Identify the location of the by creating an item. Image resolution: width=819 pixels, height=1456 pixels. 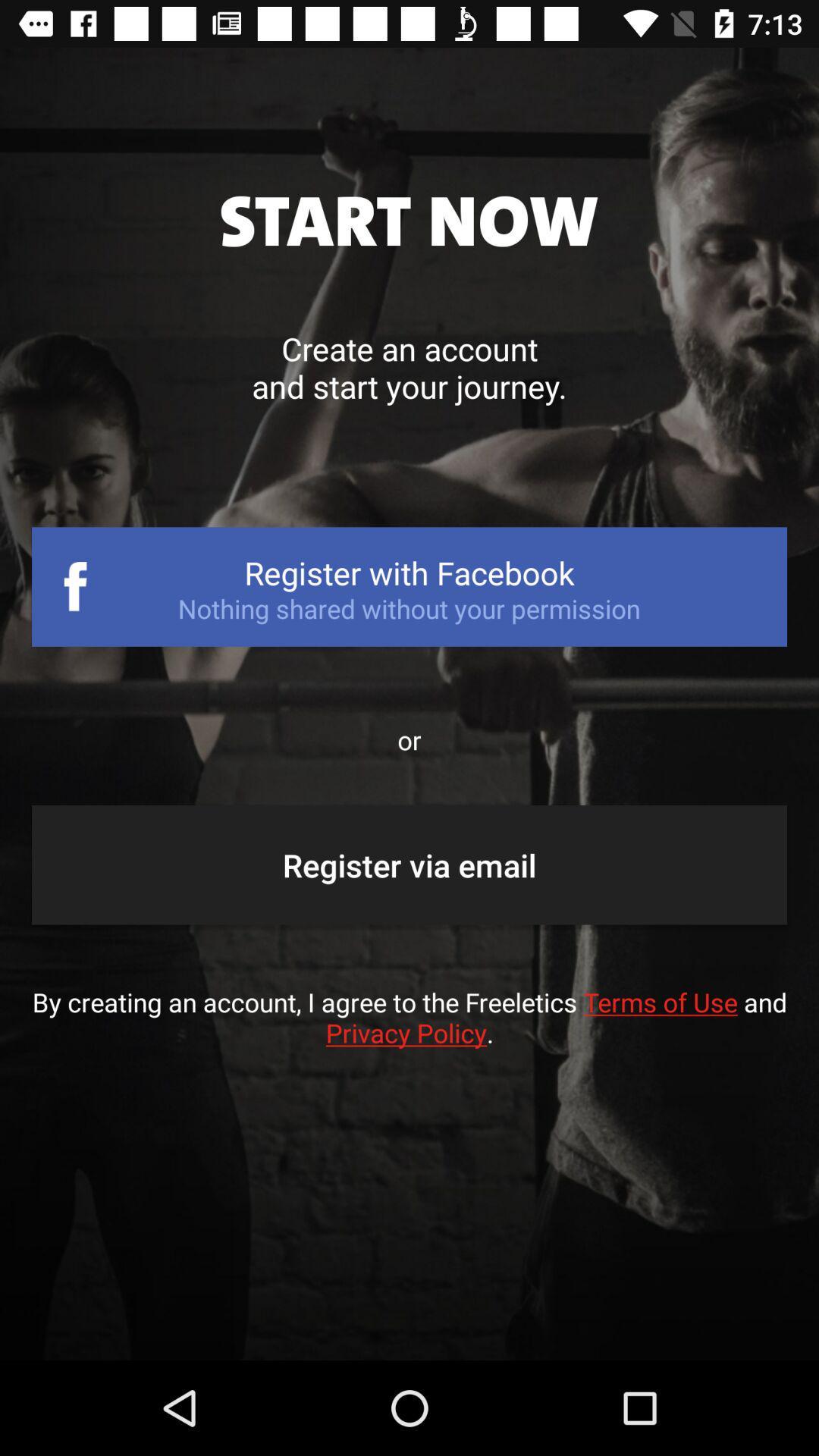
(409, 1032).